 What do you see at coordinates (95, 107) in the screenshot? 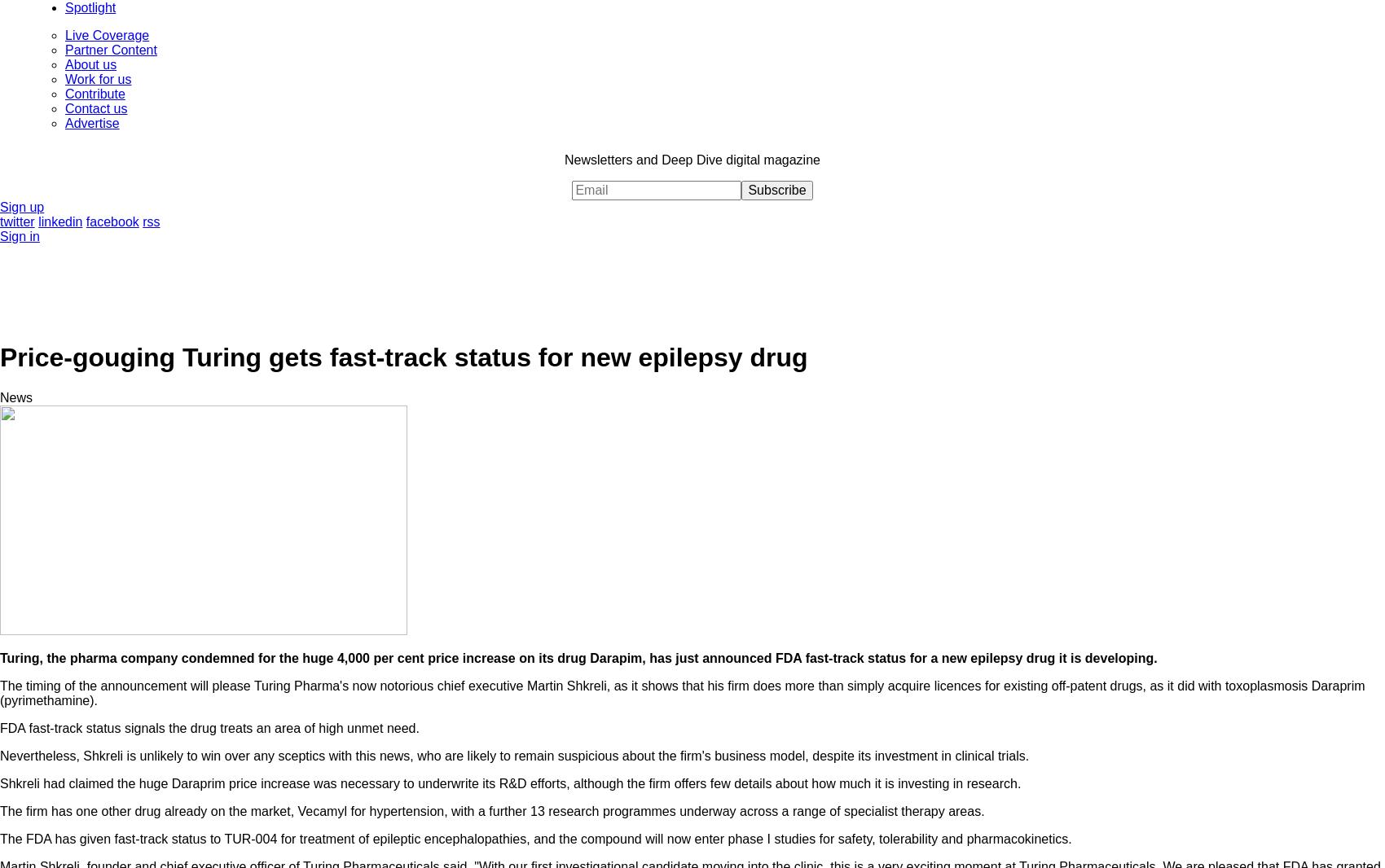
I see `'Contact us'` at bounding box center [95, 107].